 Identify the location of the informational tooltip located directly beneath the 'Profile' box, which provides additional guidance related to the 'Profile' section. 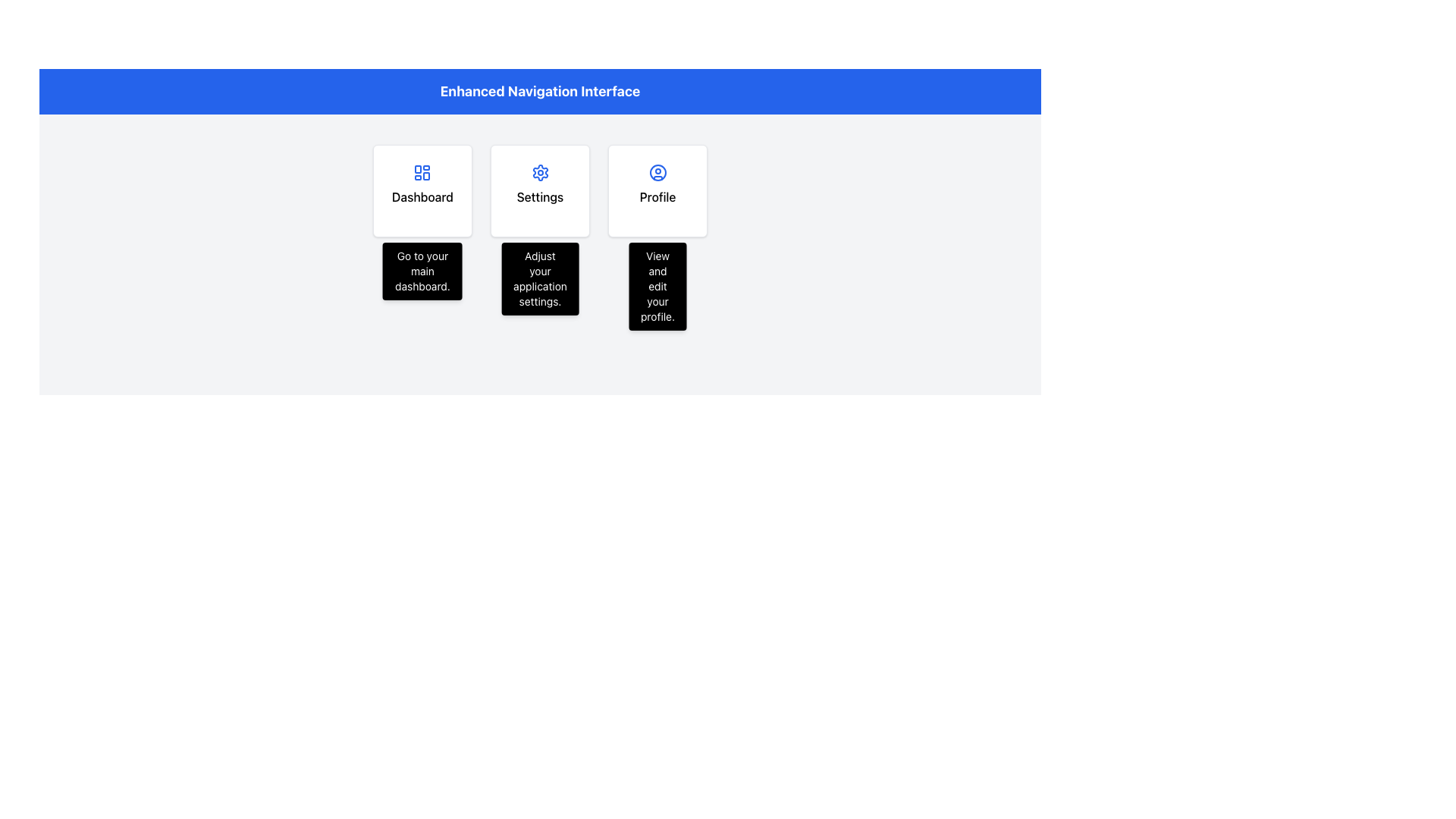
(657, 287).